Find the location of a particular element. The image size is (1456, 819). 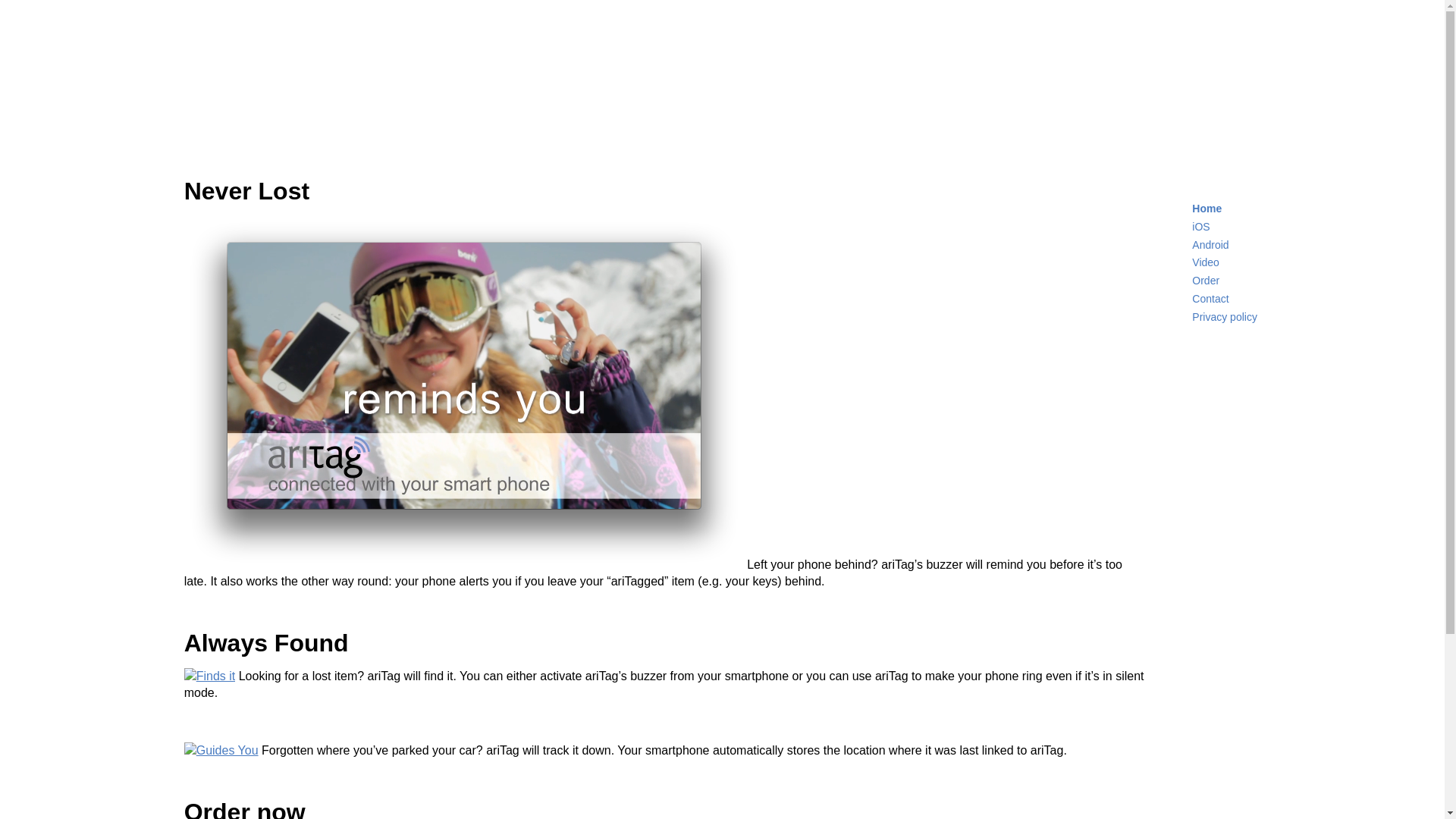

'Order' is located at coordinates (1191, 281).